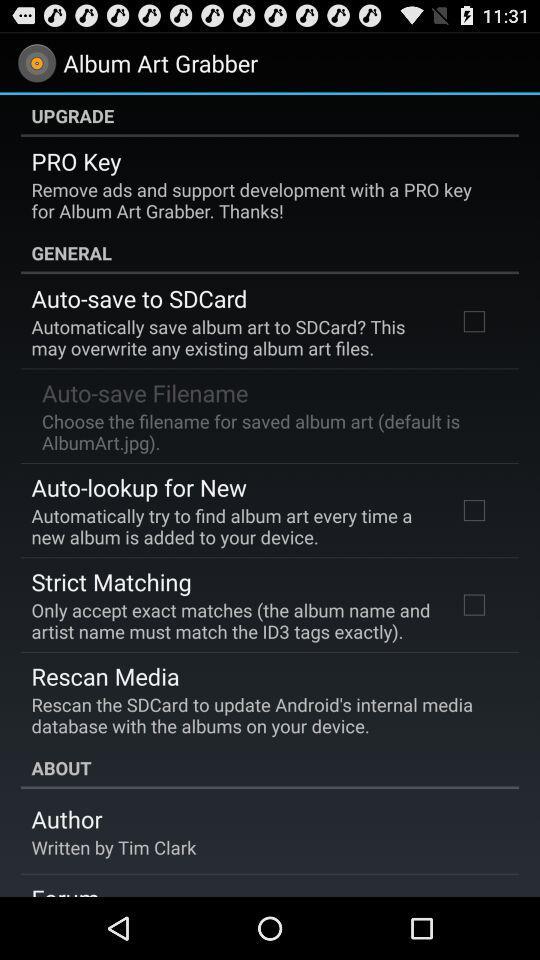  What do you see at coordinates (111, 581) in the screenshot?
I see `item below the automatically try to icon` at bounding box center [111, 581].